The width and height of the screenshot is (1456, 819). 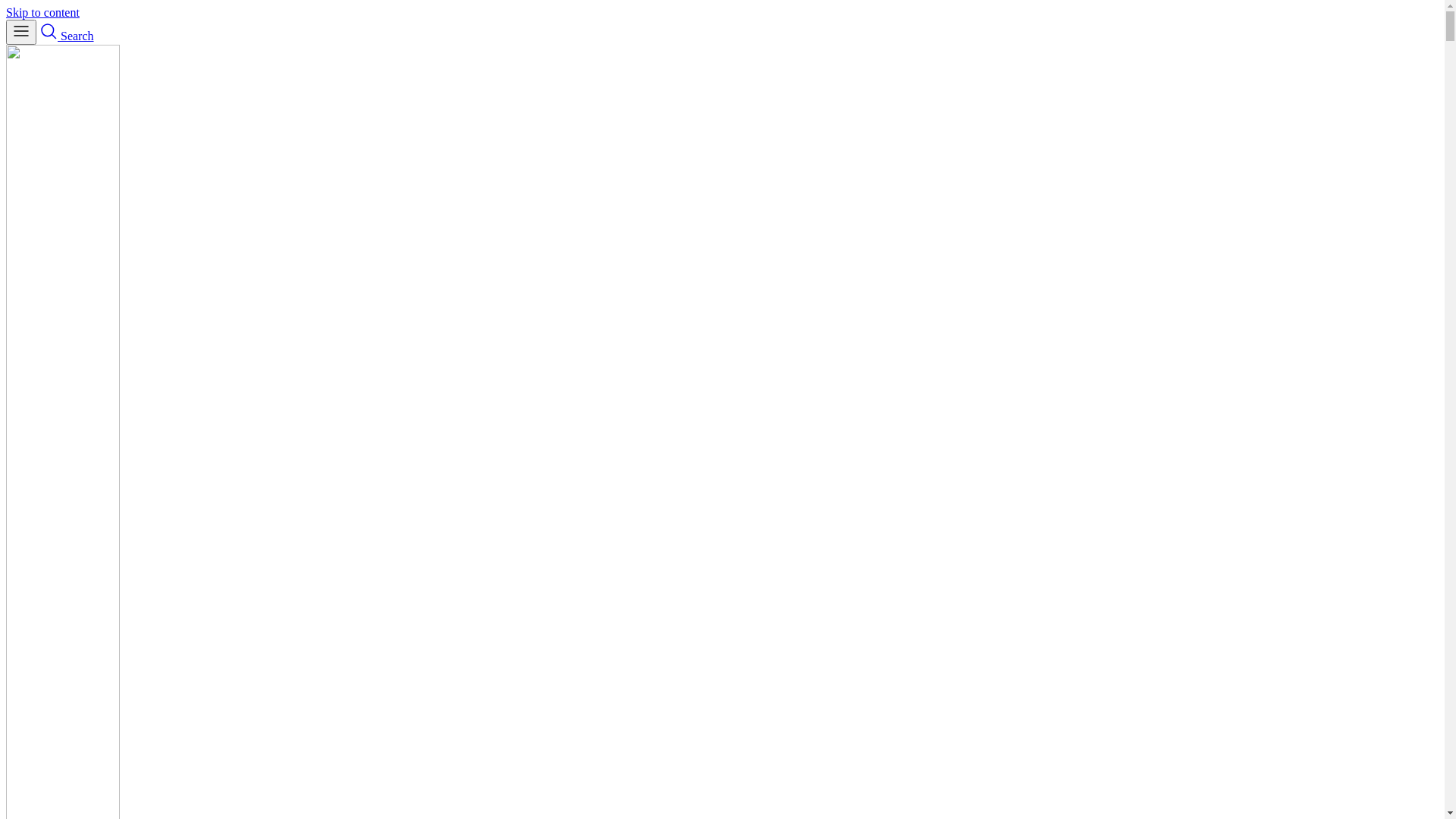 I want to click on 'Skip to content', so click(x=42, y=12).